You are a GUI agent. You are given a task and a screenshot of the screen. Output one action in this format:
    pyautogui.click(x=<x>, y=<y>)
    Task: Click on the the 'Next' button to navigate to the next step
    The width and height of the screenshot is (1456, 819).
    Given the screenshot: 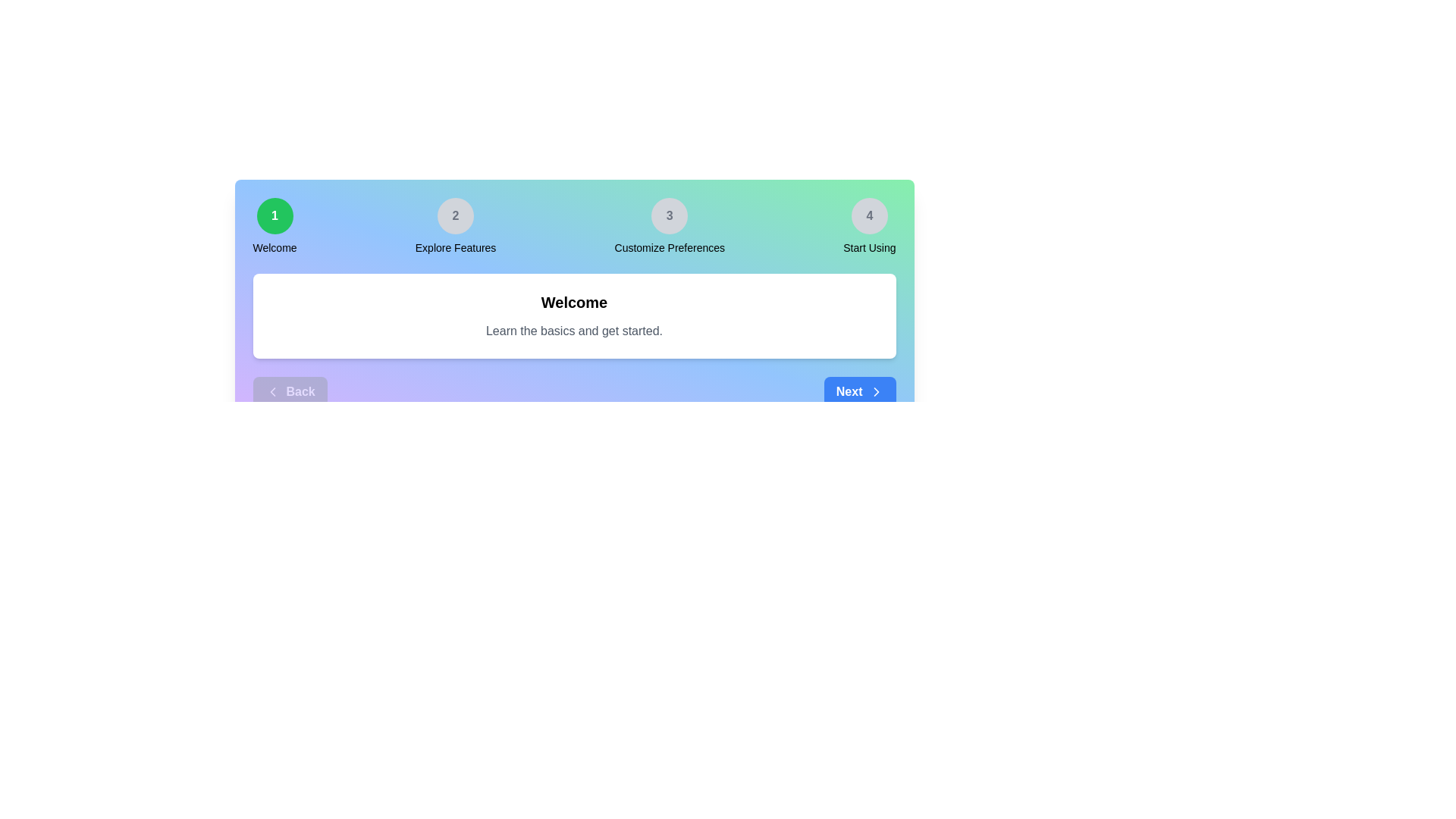 What is the action you would take?
    pyautogui.click(x=859, y=391)
    